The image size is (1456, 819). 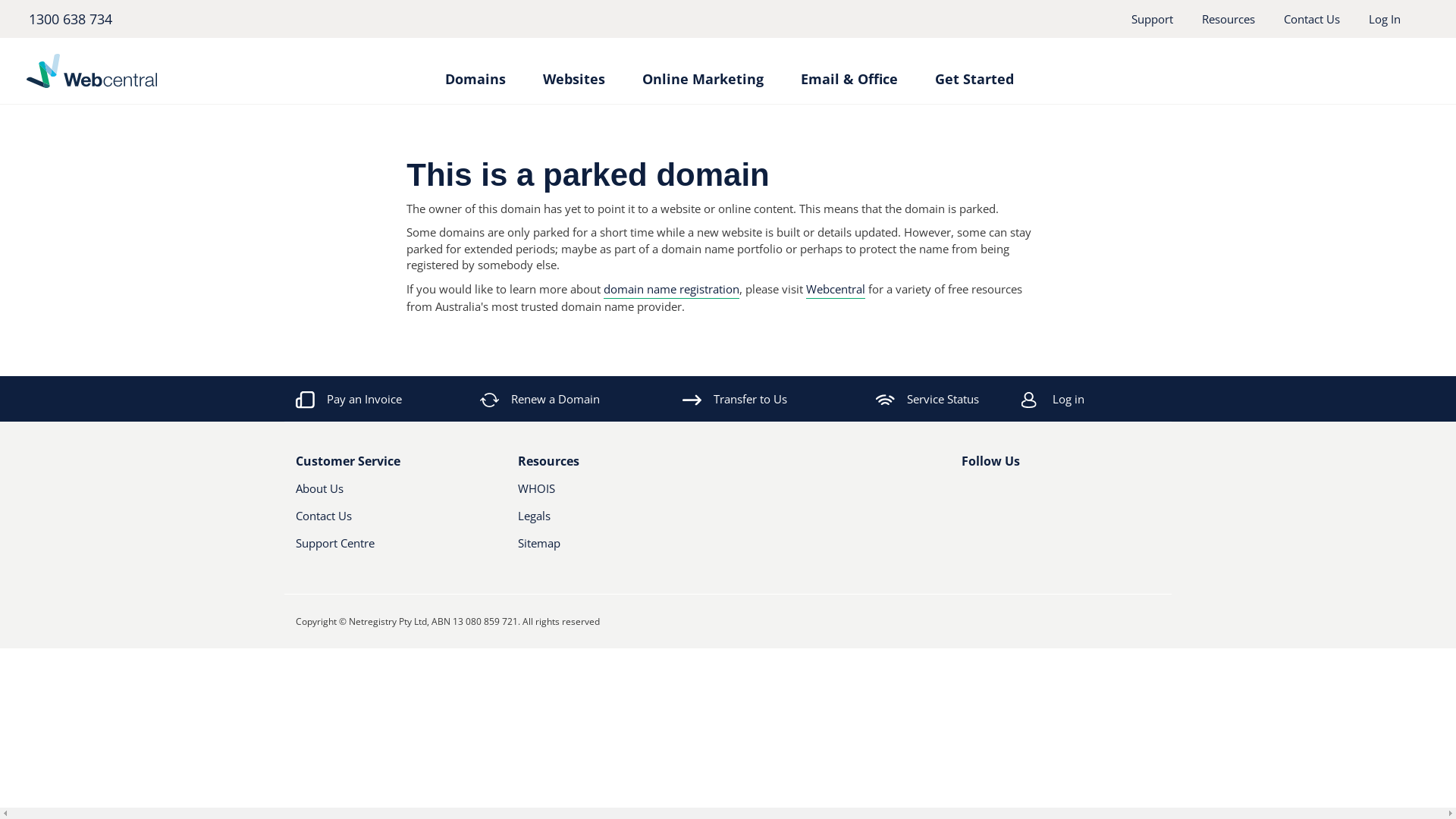 I want to click on 'Webcentral', so click(x=805, y=289).